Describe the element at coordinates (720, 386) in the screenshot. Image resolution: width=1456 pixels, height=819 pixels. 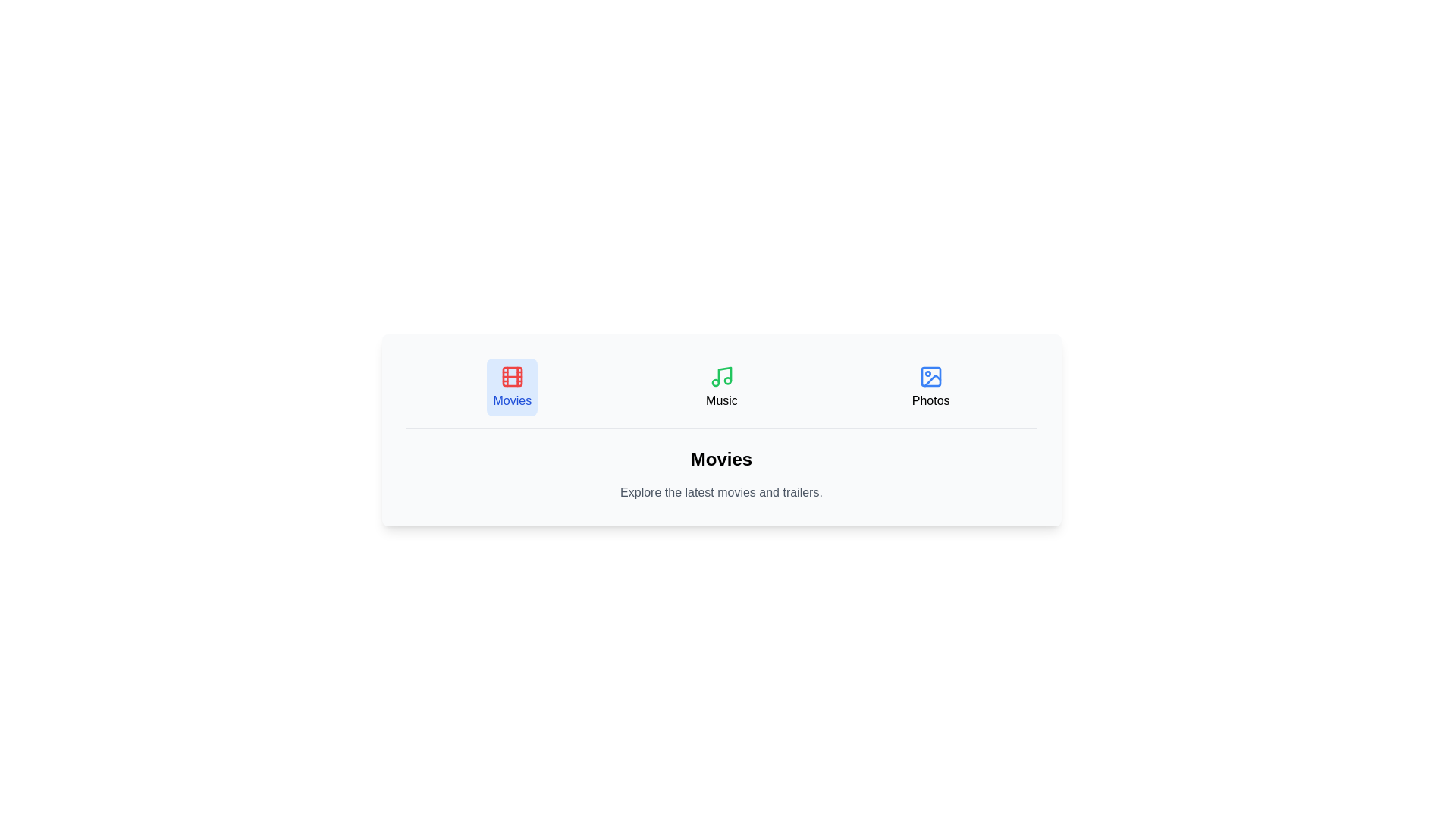
I see `the tab labeled Music to switch the content` at that location.